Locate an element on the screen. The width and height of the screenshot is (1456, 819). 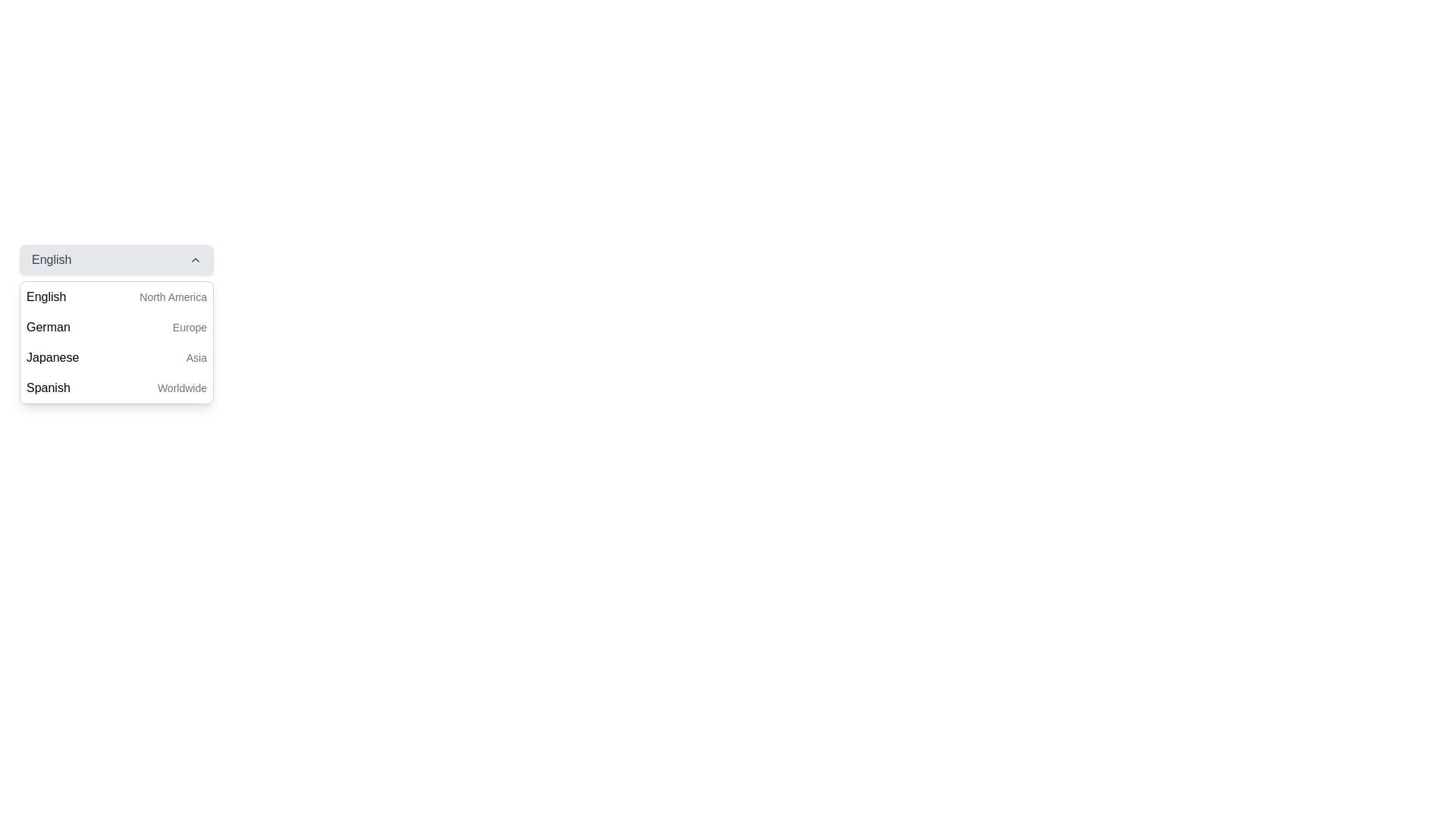
the upward-facing chevron icon located at the top-right section of the 'English' button is located at coordinates (195, 259).